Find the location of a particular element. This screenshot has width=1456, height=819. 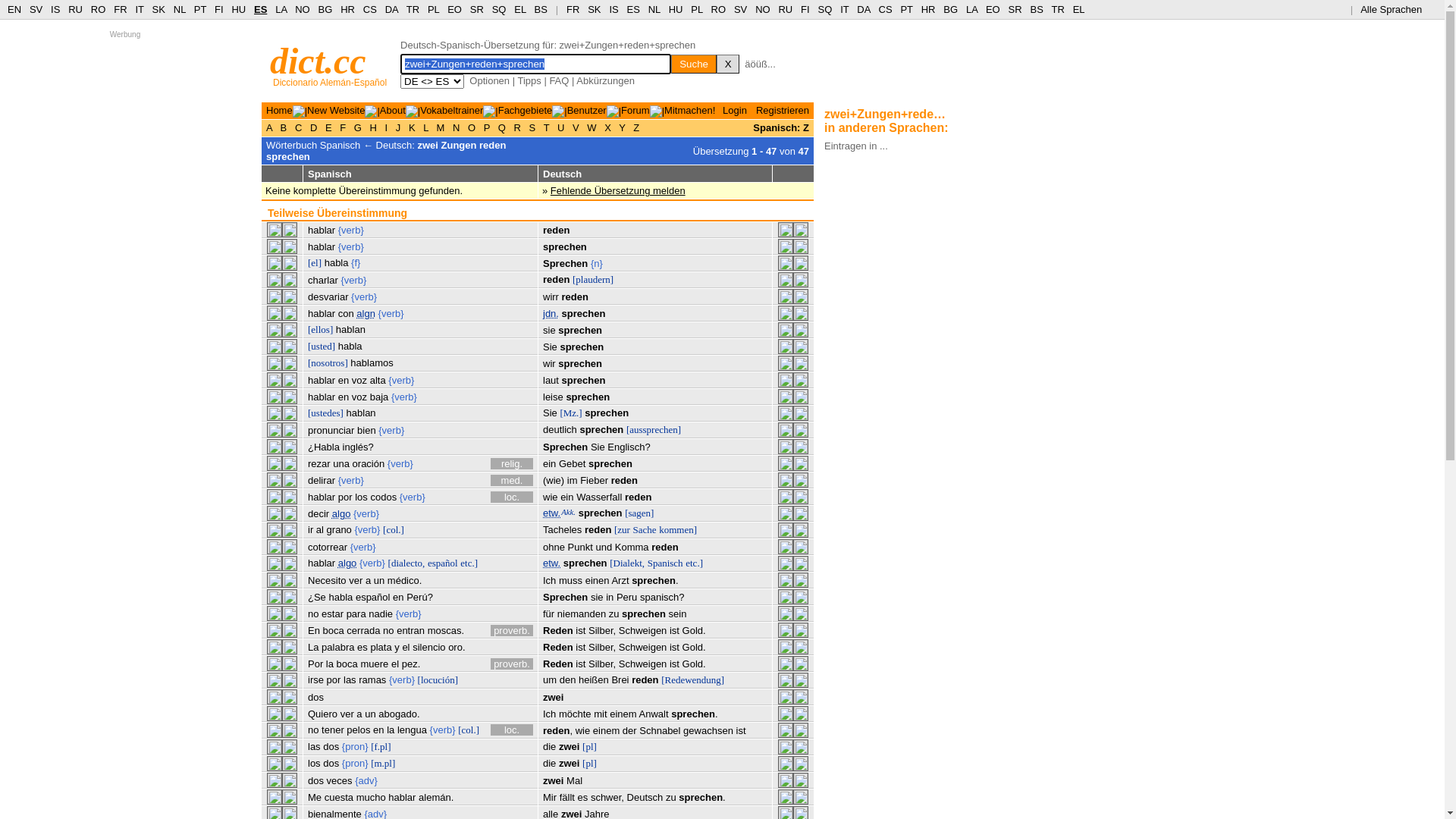

'proverb.' is located at coordinates (512, 630).